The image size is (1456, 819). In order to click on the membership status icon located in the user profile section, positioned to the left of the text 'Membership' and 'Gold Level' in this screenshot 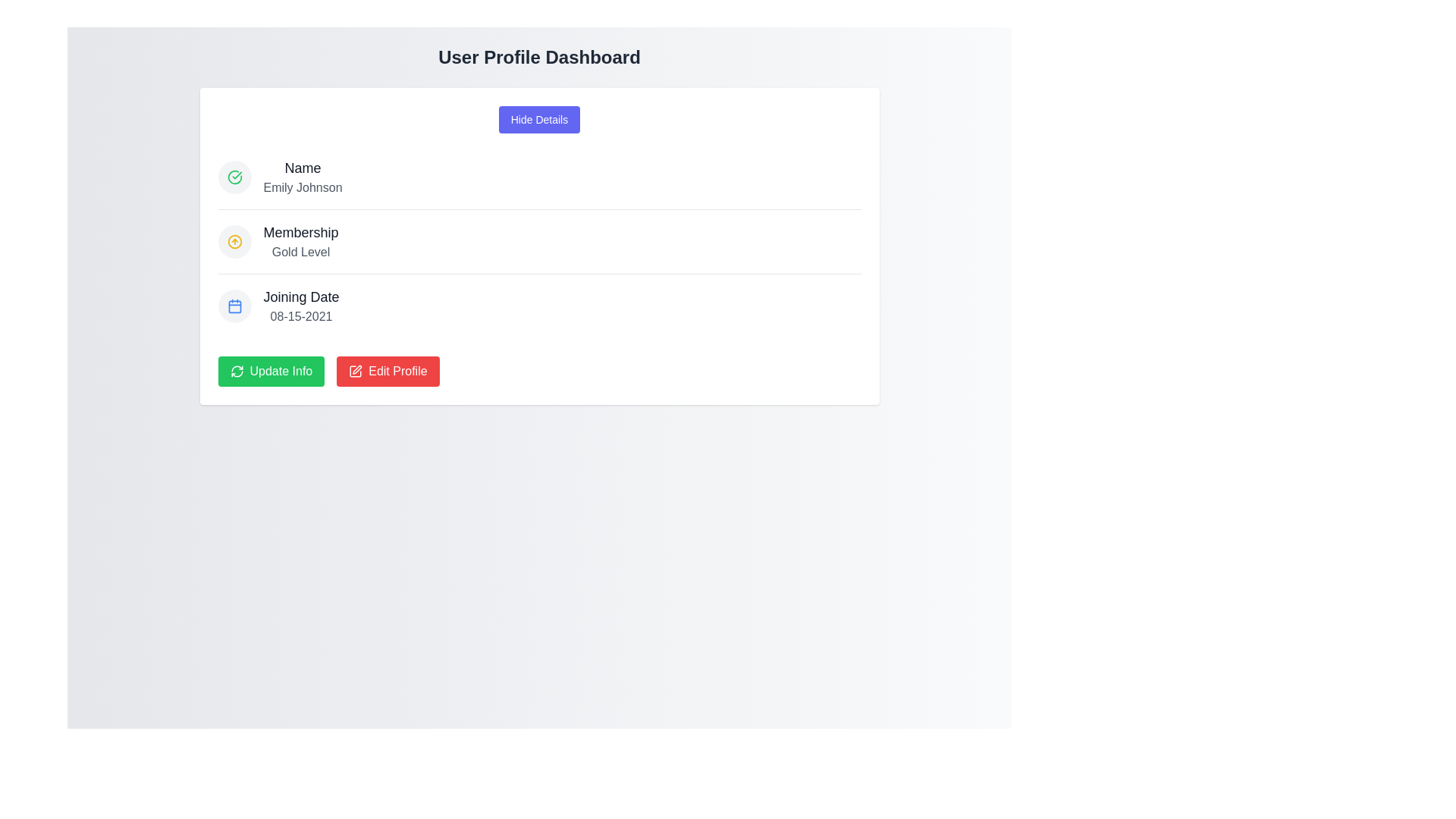, I will do `click(234, 241)`.